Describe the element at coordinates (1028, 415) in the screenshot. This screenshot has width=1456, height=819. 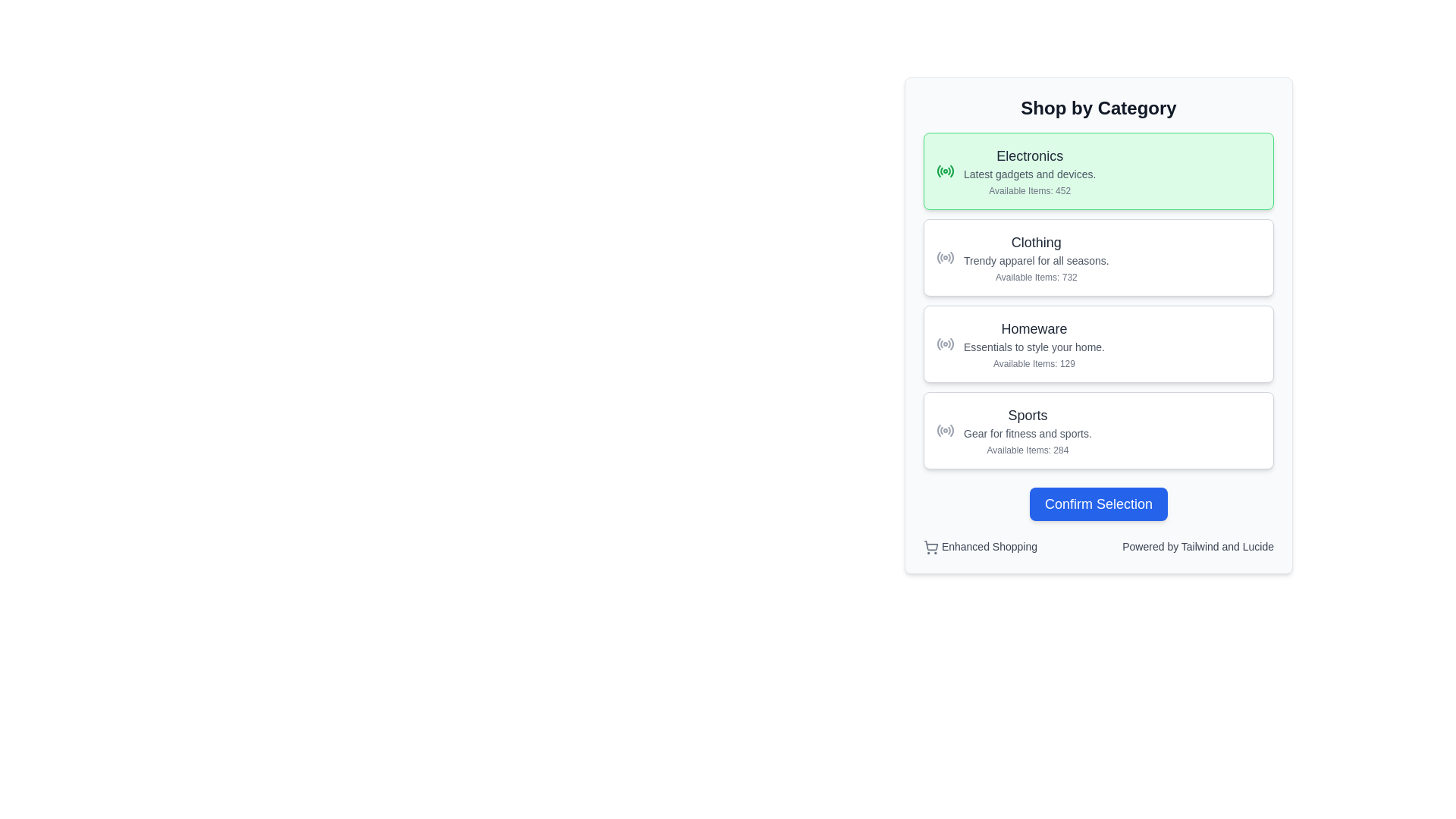
I see `the 'Sports' text label, which is a medium-sized, bold label located at the top of the fourth category block in 'Shop by Category'` at that location.